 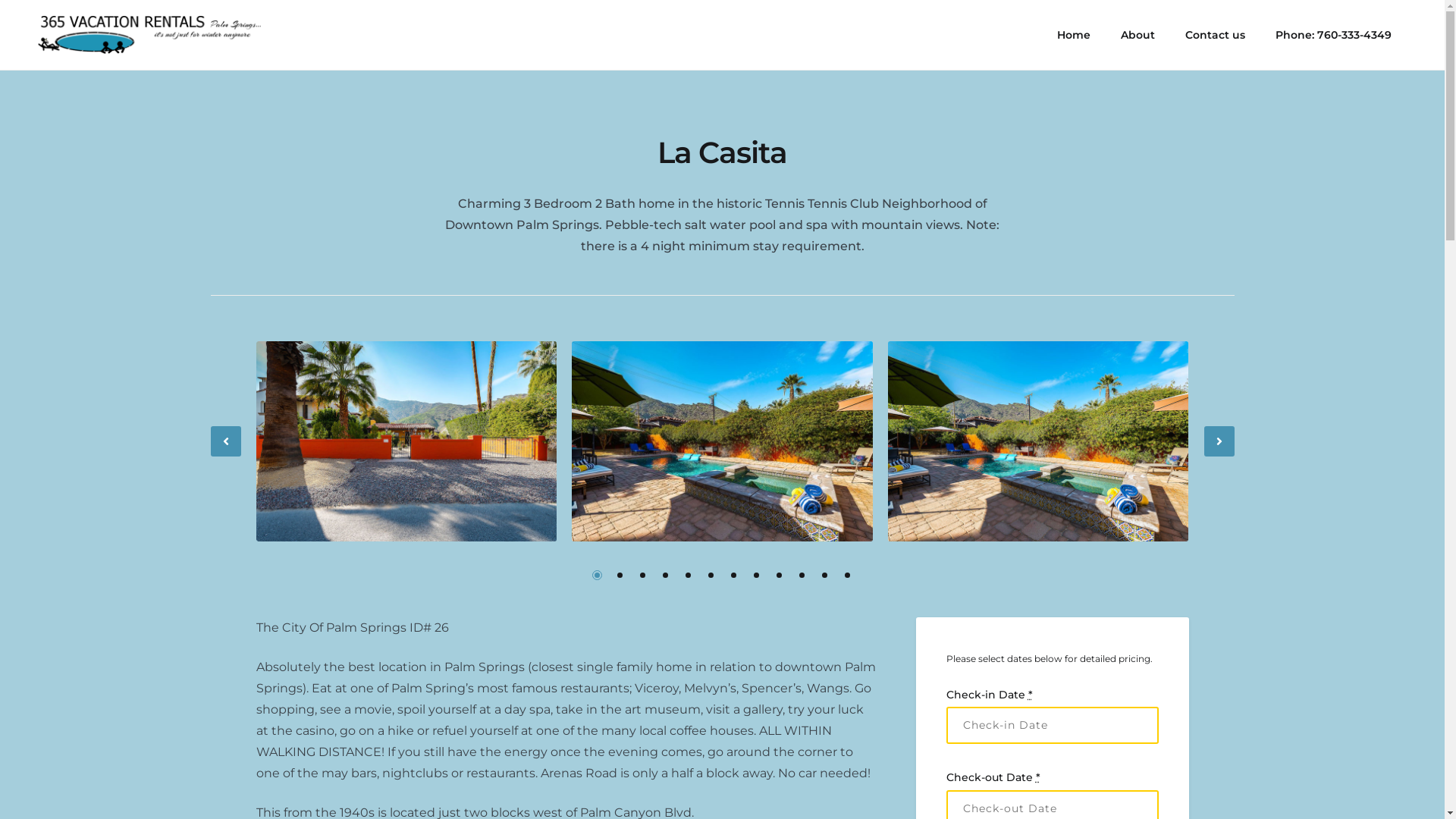 What do you see at coordinates (1219, 441) in the screenshot?
I see `'Next'` at bounding box center [1219, 441].